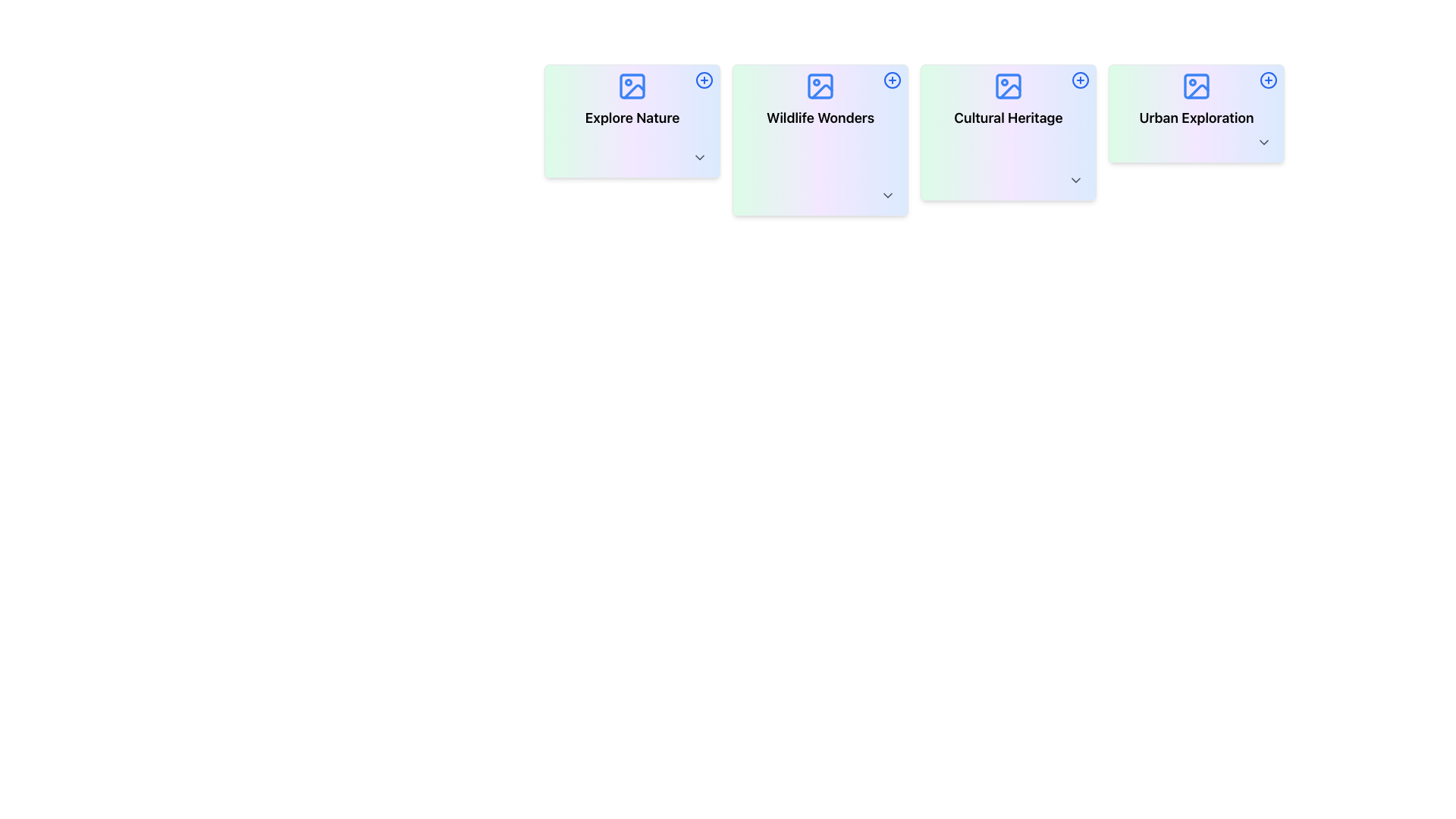  What do you see at coordinates (892, 80) in the screenshot?
I see `the circular outline icon located in the top-right corner of the 'Wildlife Wonders' card` at bounding box center [892, 80].